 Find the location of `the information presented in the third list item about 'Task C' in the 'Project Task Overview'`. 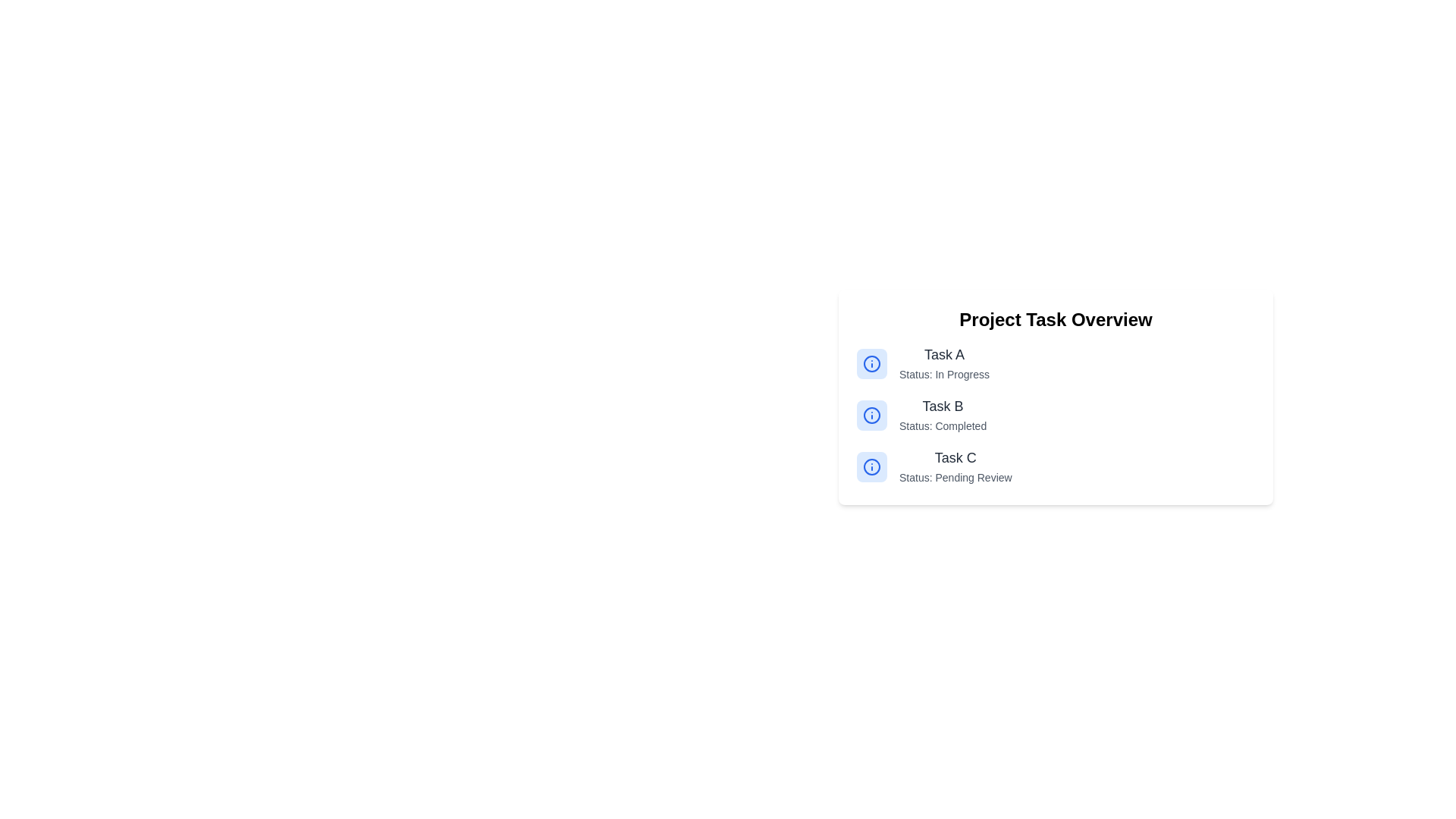

the information presented in the third list item about 'Task C' in the 'Project Task Overview' is located at coordinates (1055, 466).